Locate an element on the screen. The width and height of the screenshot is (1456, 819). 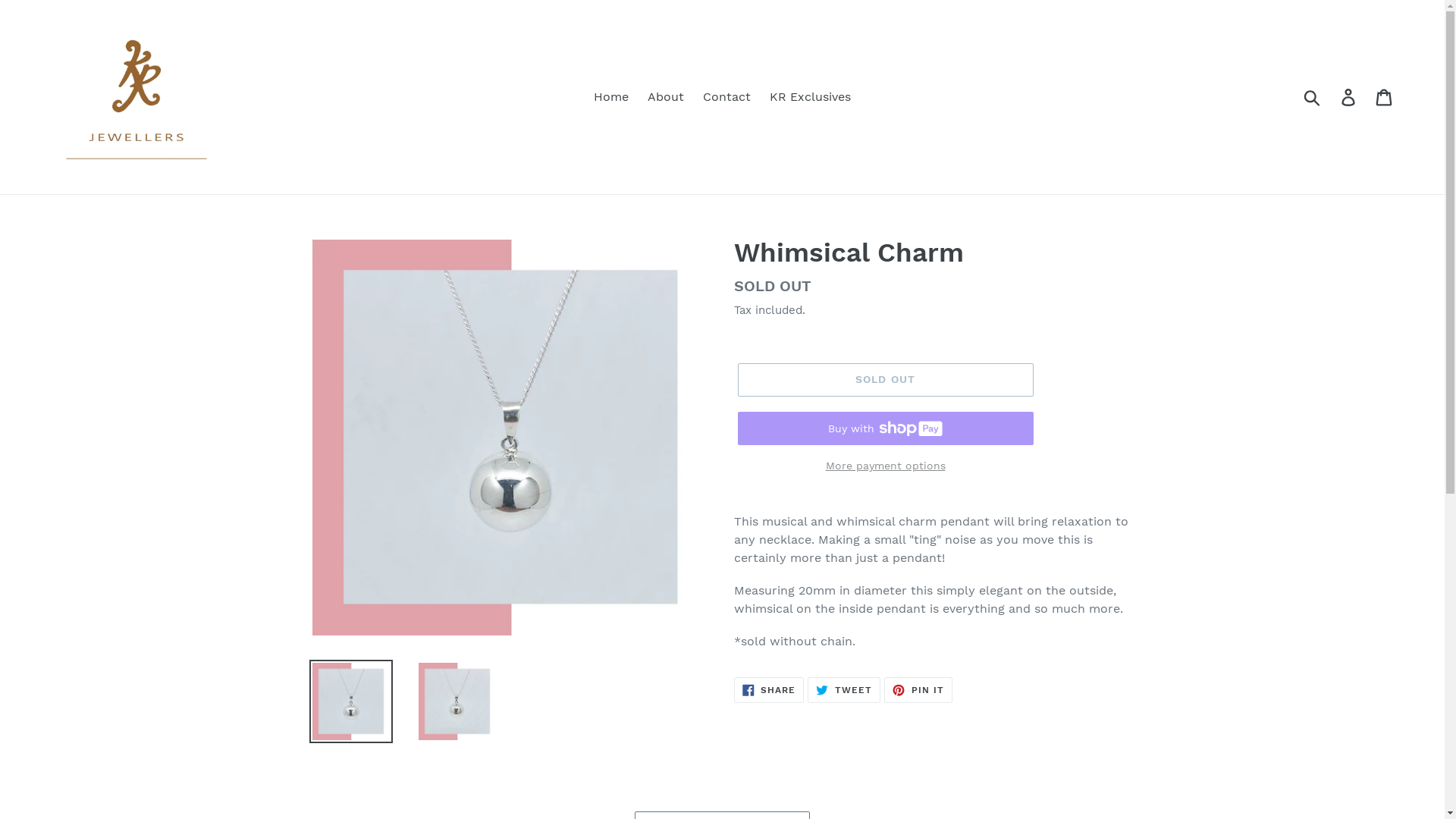
'More payment options' is located at coordinates (884, 465).